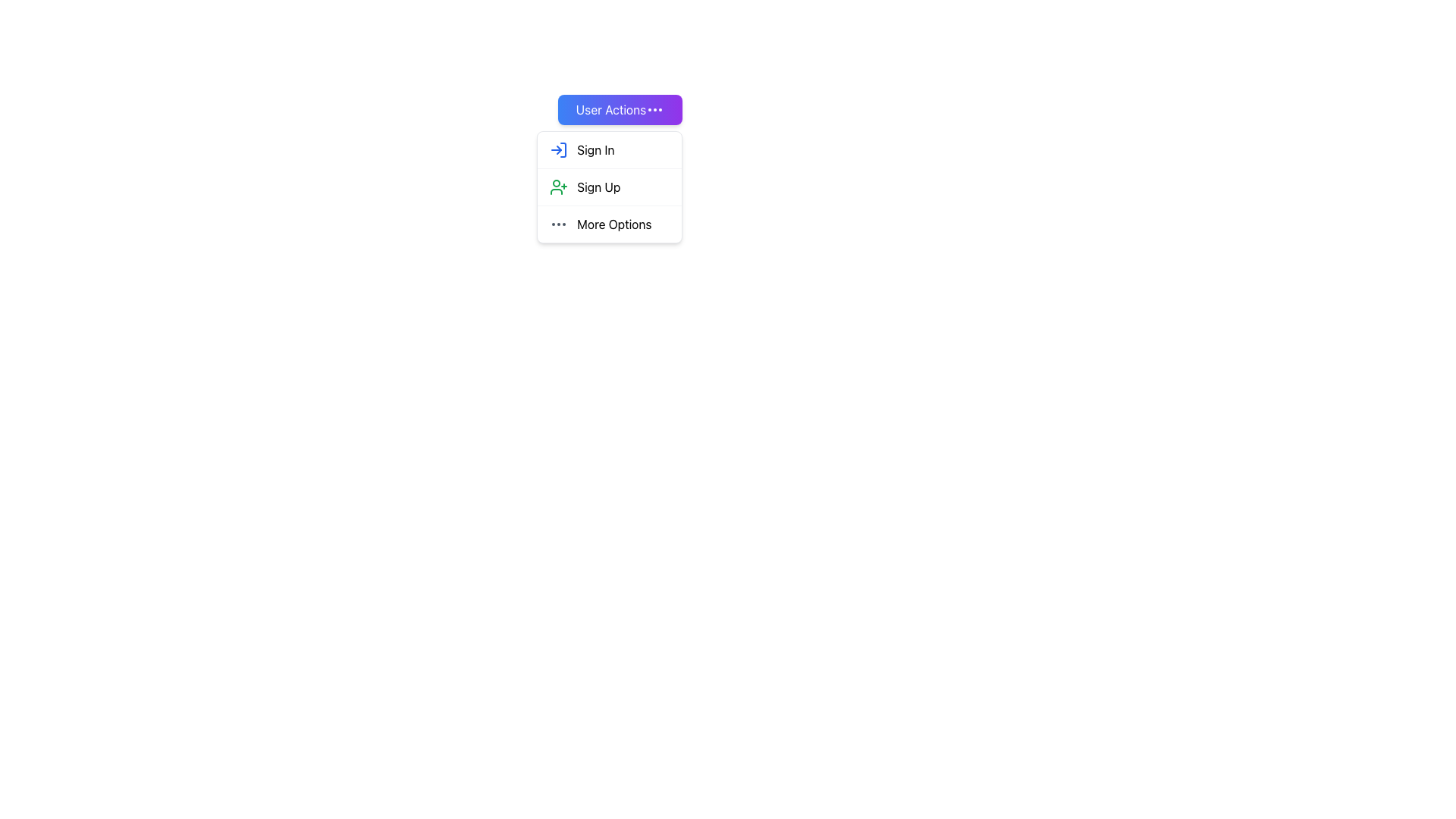  Describe the element at coordinates (558, 149) in the screenshot. I see `the blue rightward arrow icon styled to resemble a login function, located to the left of the 'Sign In' text in the dropdown menu under 'User Actions'` at that location.